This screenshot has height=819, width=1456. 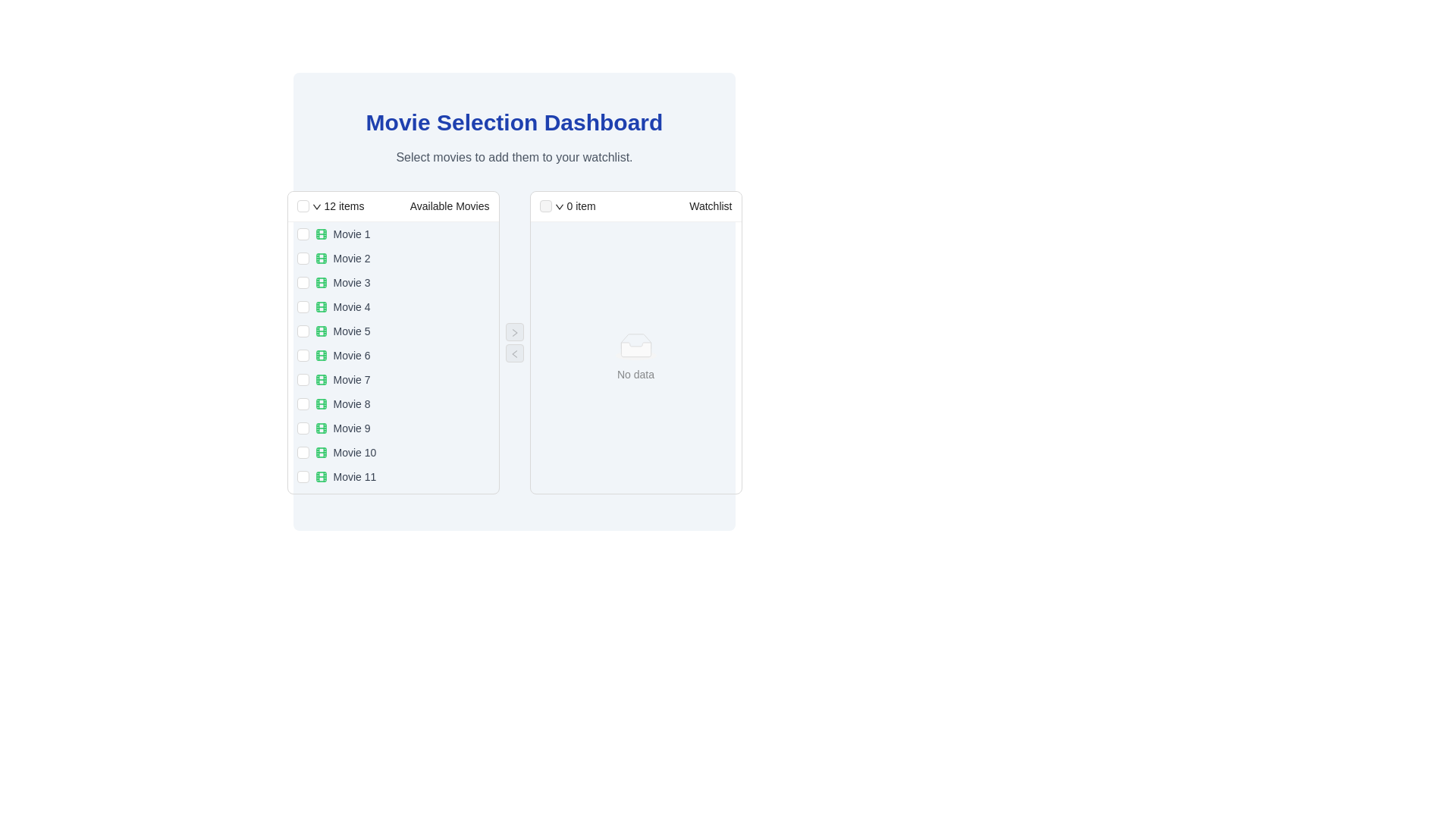 What do you see at coordinates (351, 403) in the screenshot?
I see `the text label displaying 'Movie 8'` at bounding box center [351, 403].